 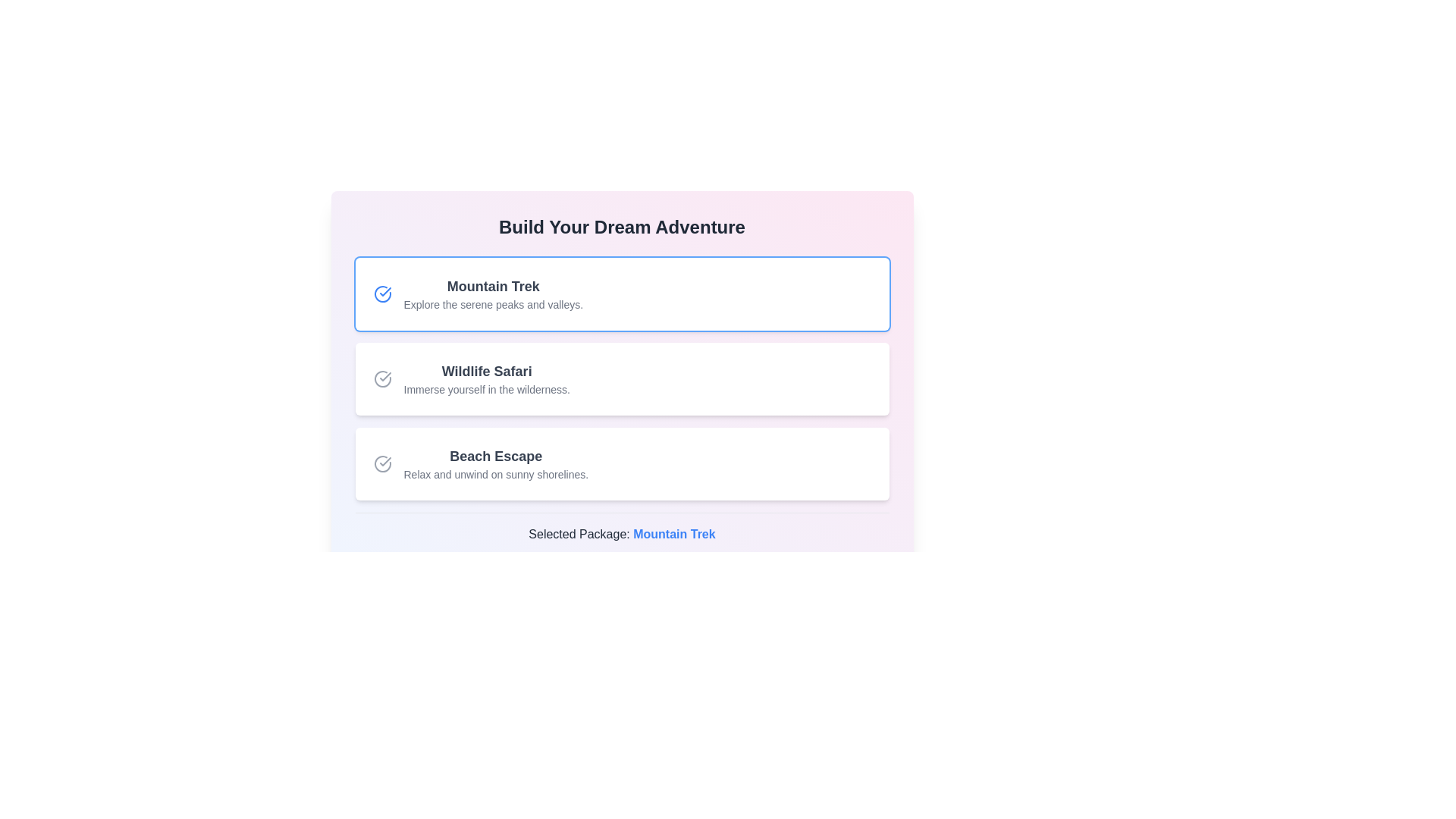 What do you see at coordinates (487, 378) in the screenshot?
I see `descriptive text block for the 'Wildlife Safari' option located centrally in the second card of the selection cards` at bounding box center [487, 378].